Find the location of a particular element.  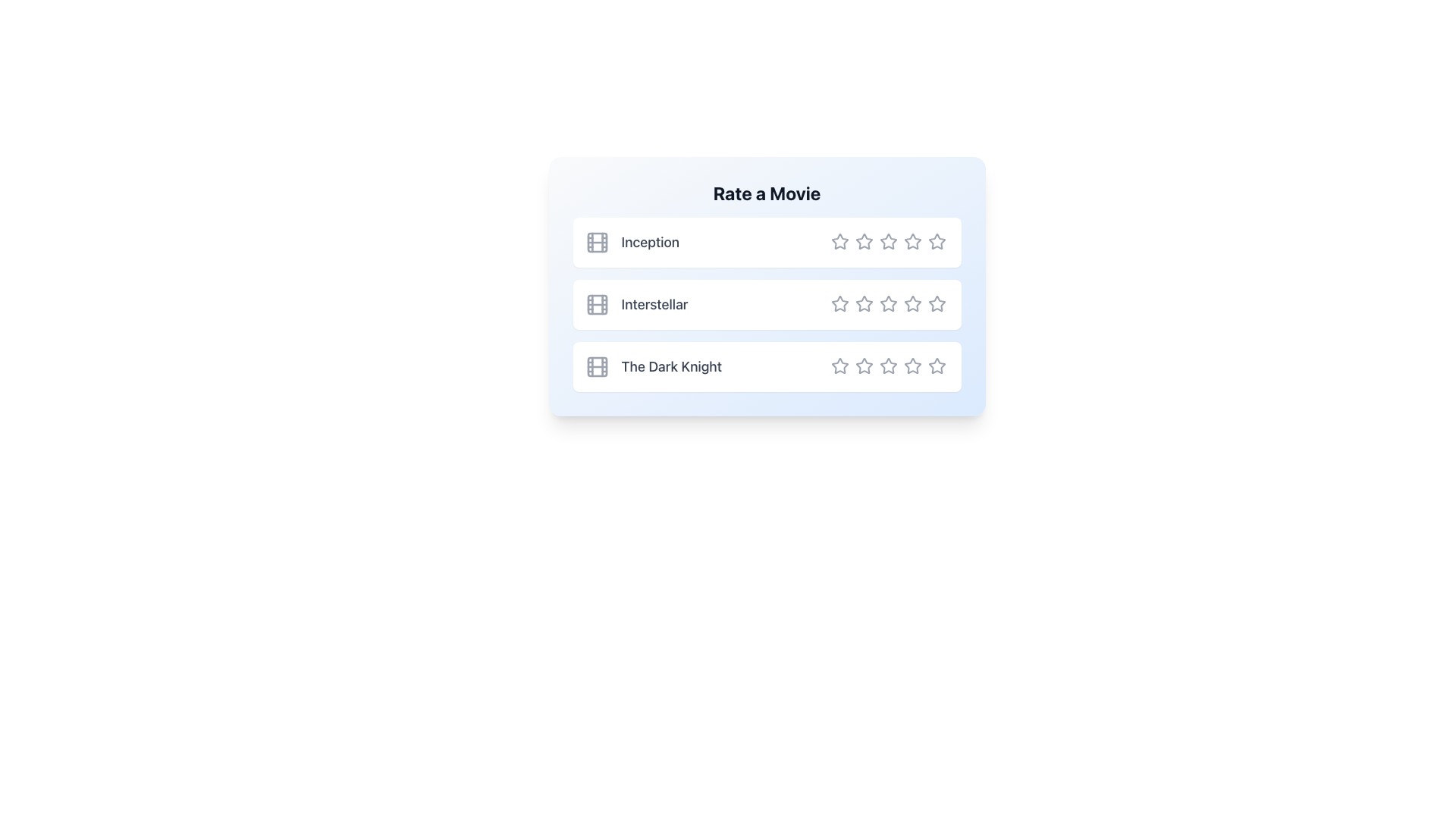

the fifth star icon to rate the movie 'The Dark Knight' is located at coordinates (936, 366).